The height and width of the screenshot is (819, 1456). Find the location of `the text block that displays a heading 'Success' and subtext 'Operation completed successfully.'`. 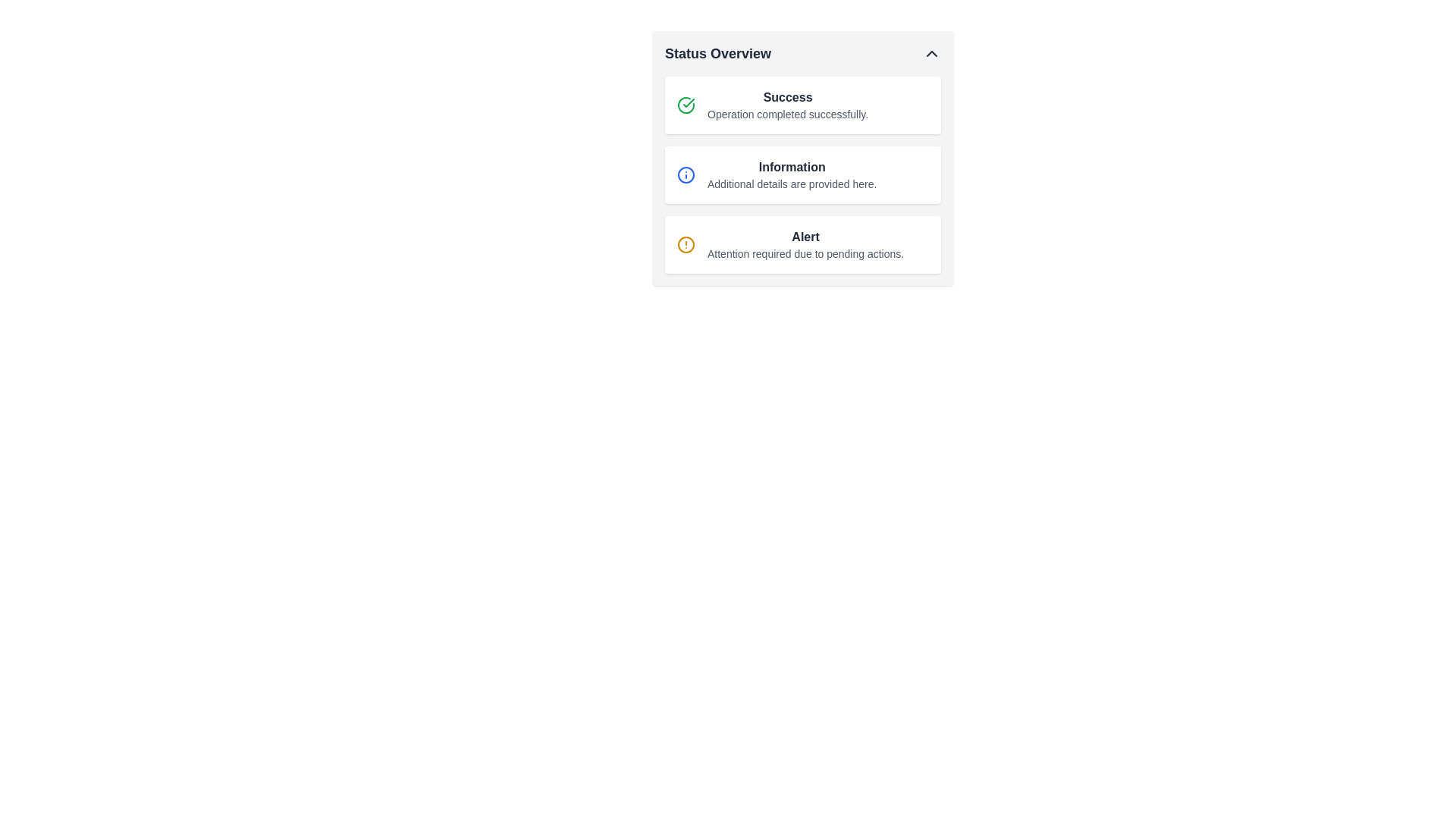

the text block that displays a heading 'Success' and subtext 'Operation completed successfully.' is located at coordinates (788, 104).